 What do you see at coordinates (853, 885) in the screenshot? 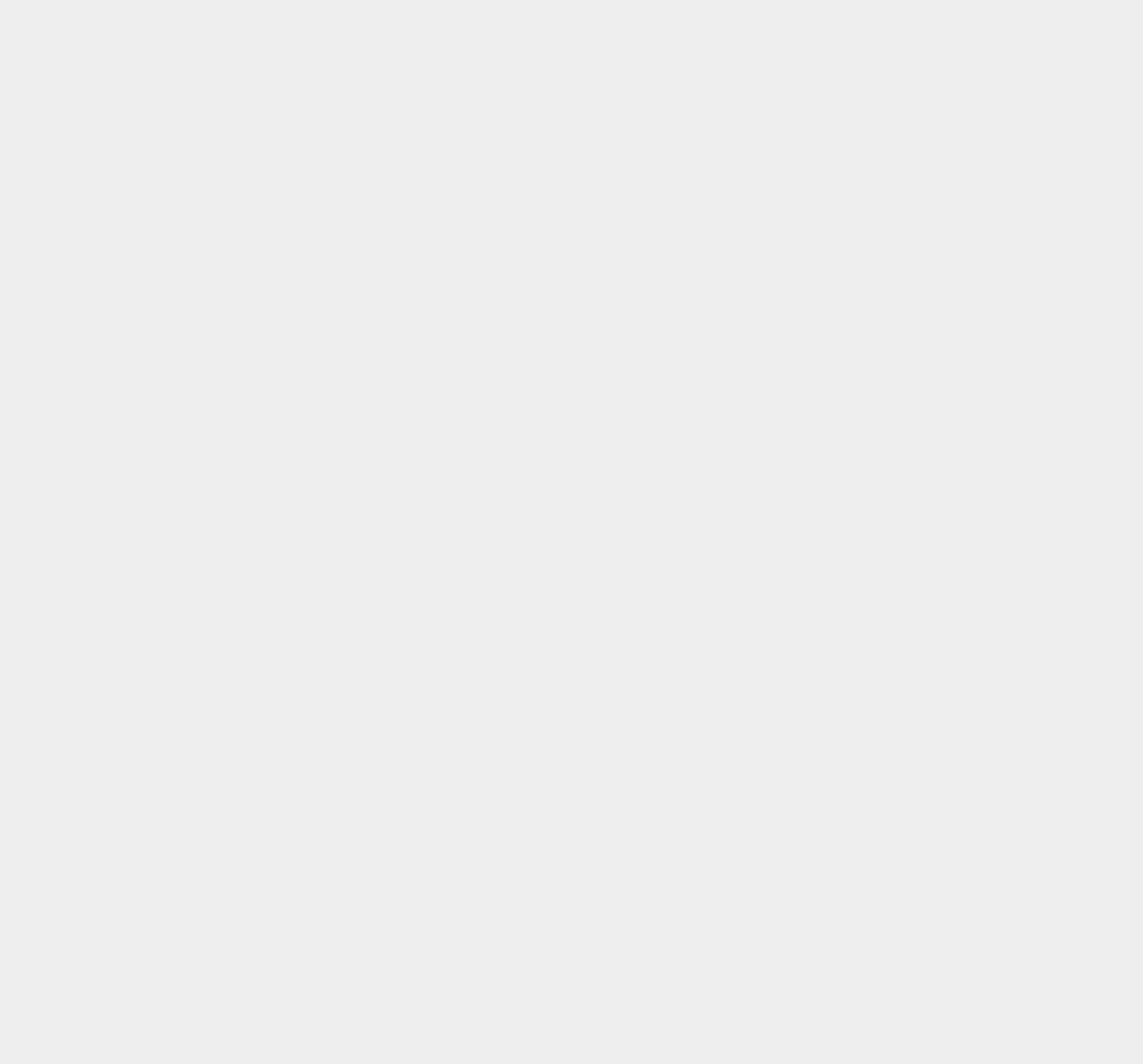
I see `'macOS Mojave'` at bounding box center [853, 885].